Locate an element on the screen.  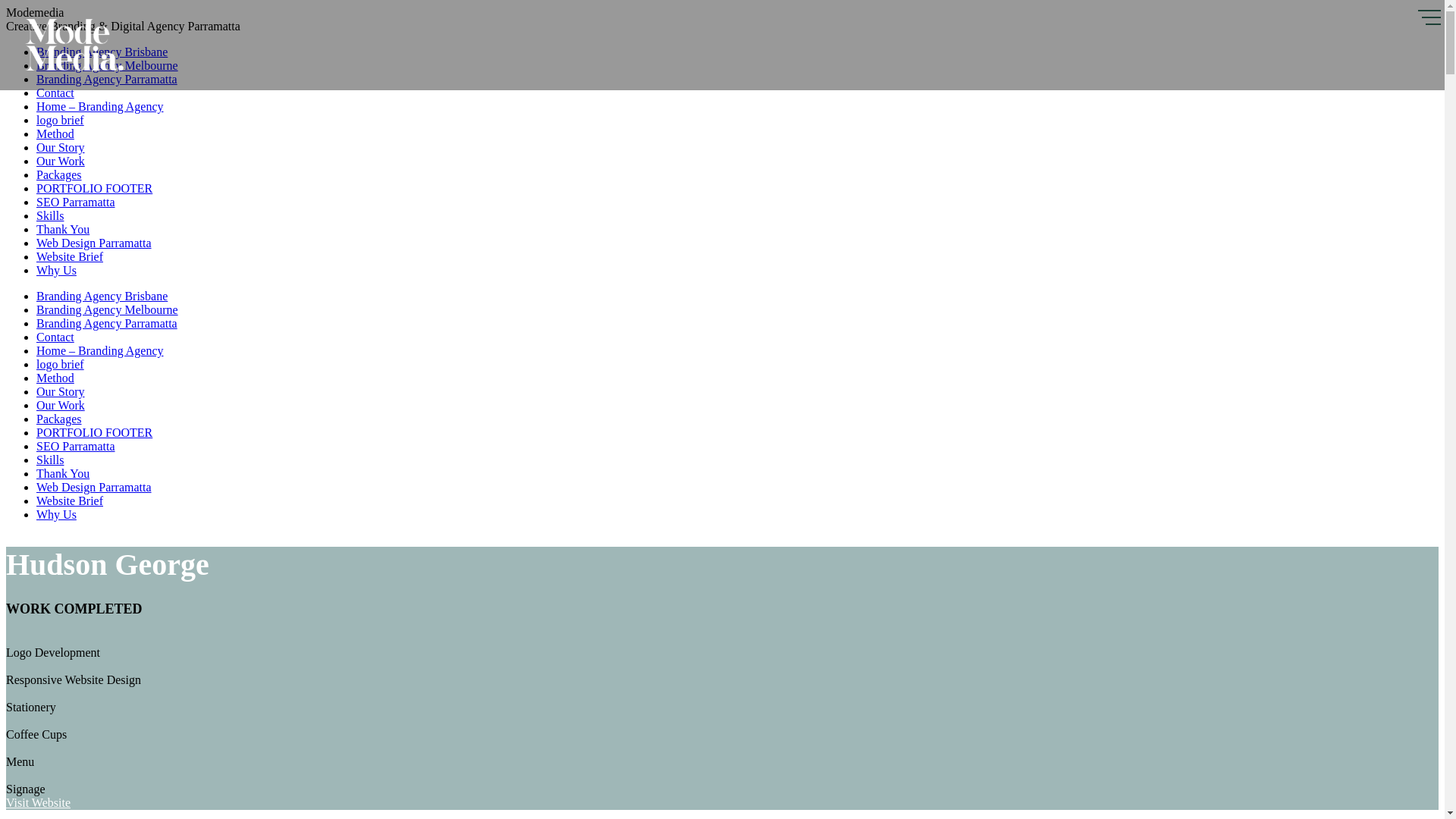
'Our Story' is located at coordinates (61, 391).